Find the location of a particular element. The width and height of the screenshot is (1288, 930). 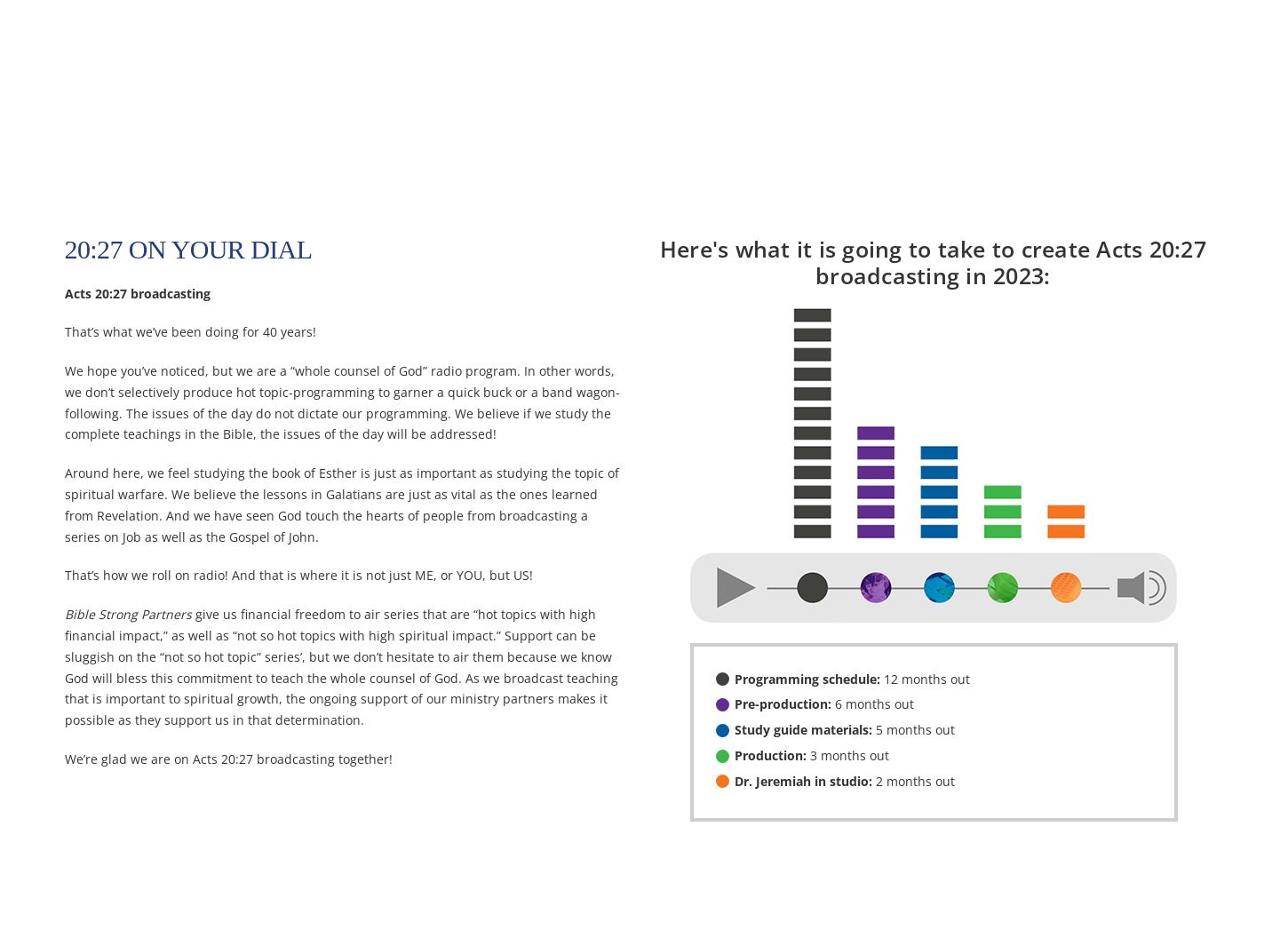

'Pre-production:' is located at coordinates (781, 703).